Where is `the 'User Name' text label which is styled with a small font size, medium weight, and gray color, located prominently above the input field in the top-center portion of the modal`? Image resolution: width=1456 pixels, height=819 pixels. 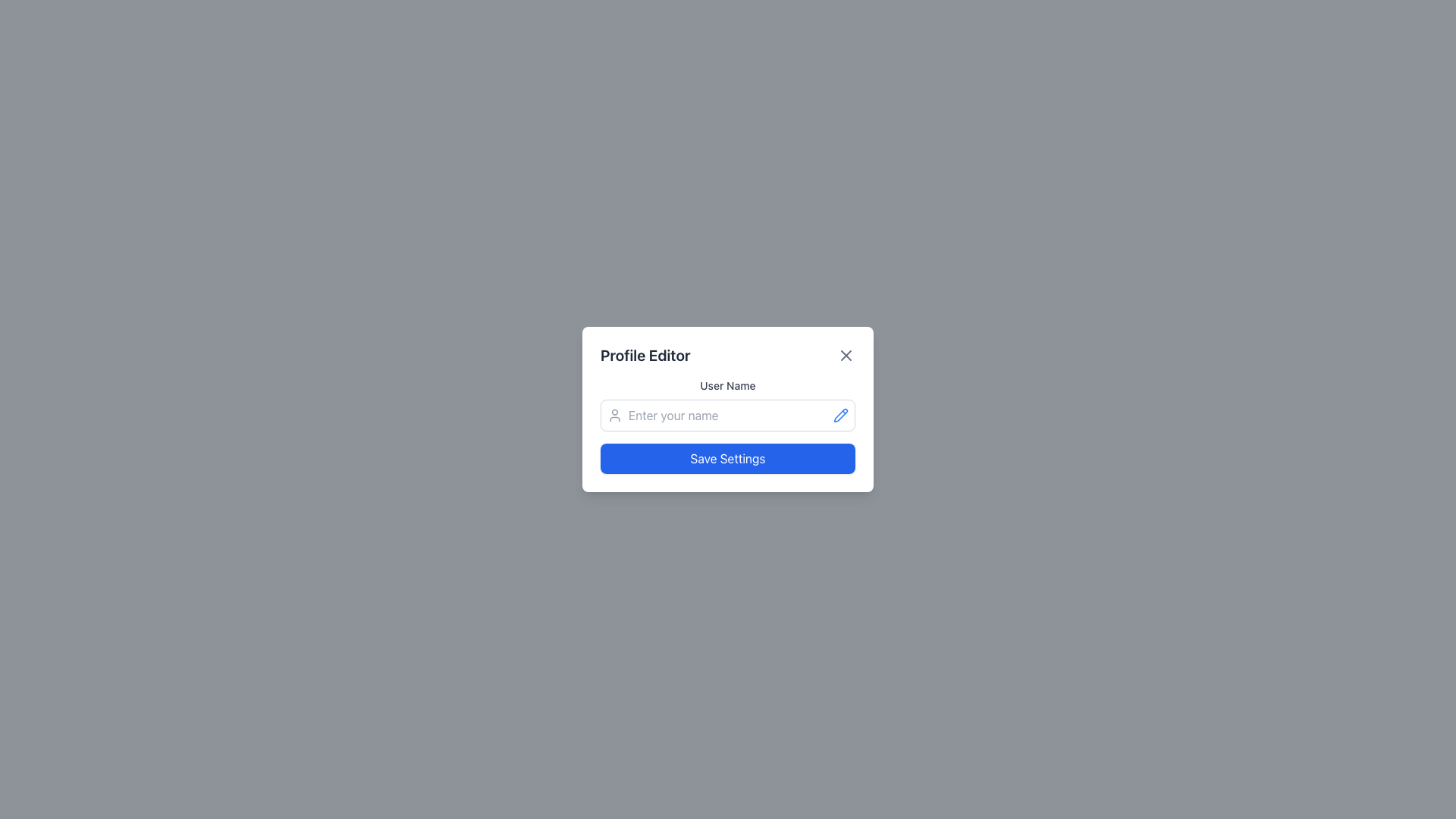 the 'User Name' text label which is styled with a small font size, medium weight, and gray color, located prominently above the input field in the top-center portion of the modal is located at coordinates (728, 385).